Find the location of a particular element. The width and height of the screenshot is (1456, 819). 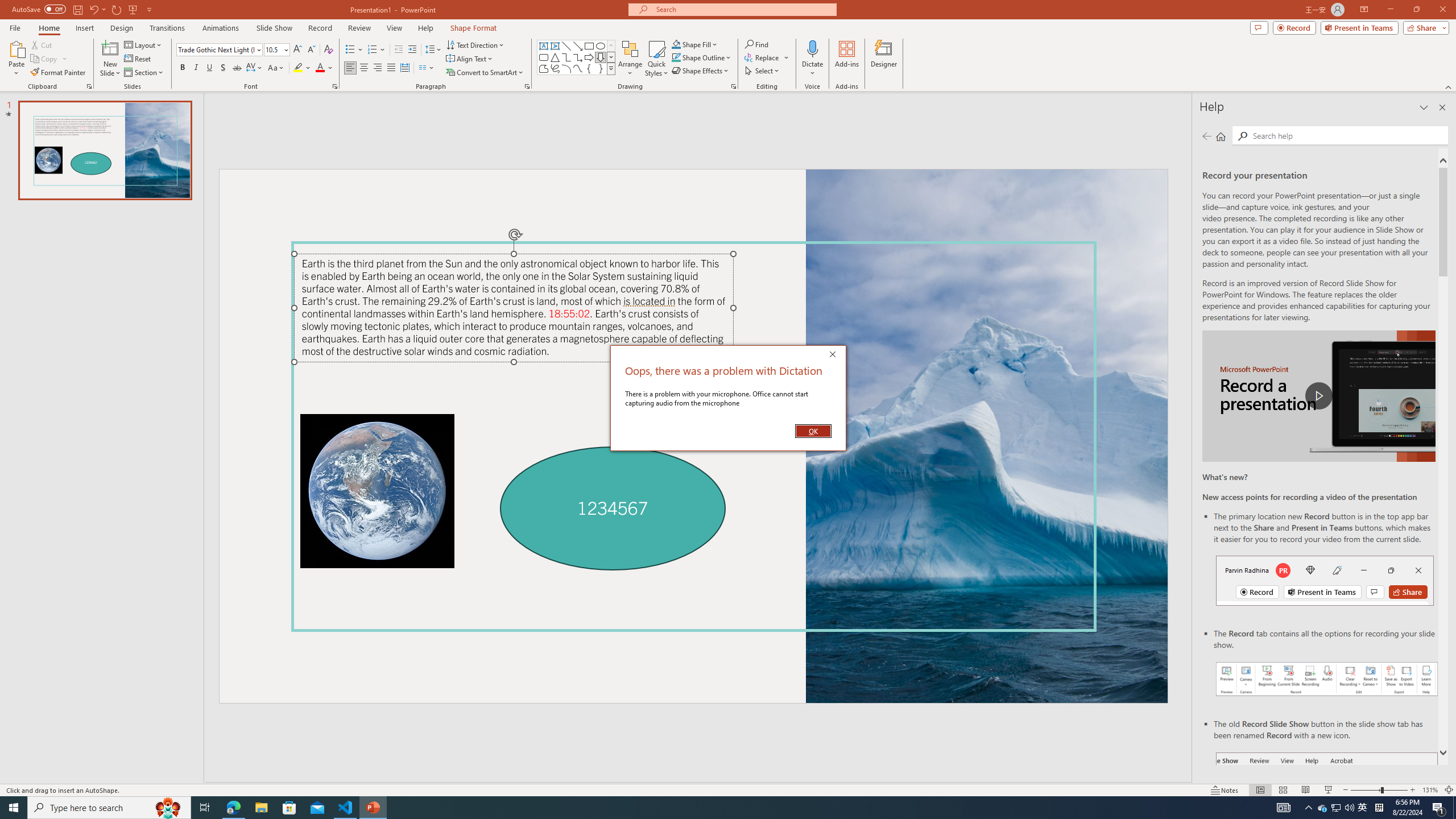

'Convert to SmartArt' is located at coordinates (485, 72).